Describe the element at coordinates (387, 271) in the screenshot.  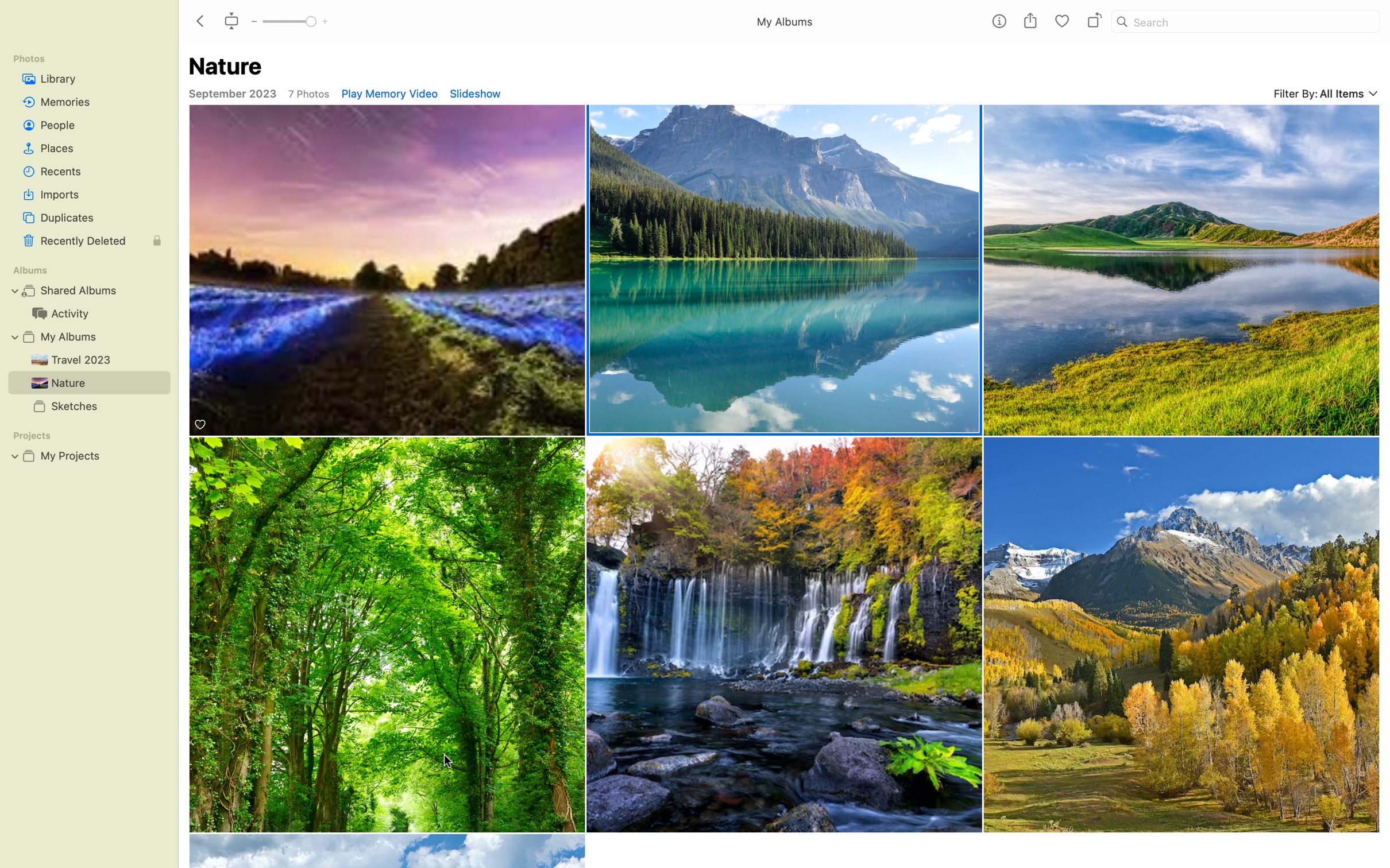
I see `Enlarge the bioluminescence photograph by clicking on it` at that location.